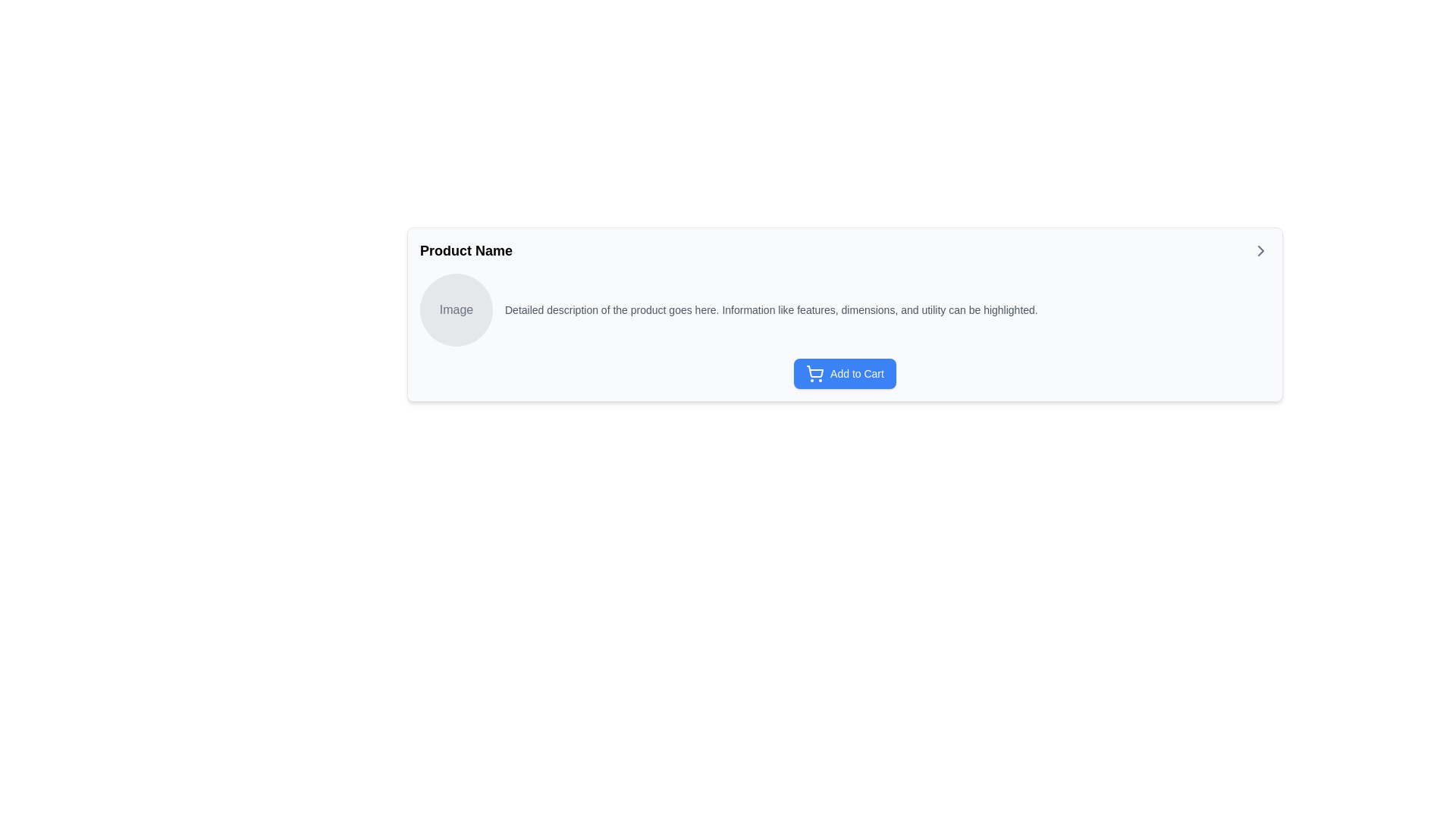  I want to click on the blue button labeled 'Add to Cart' that contains a shopping cart icon positioned to the left of the text label, so click(814, 374).